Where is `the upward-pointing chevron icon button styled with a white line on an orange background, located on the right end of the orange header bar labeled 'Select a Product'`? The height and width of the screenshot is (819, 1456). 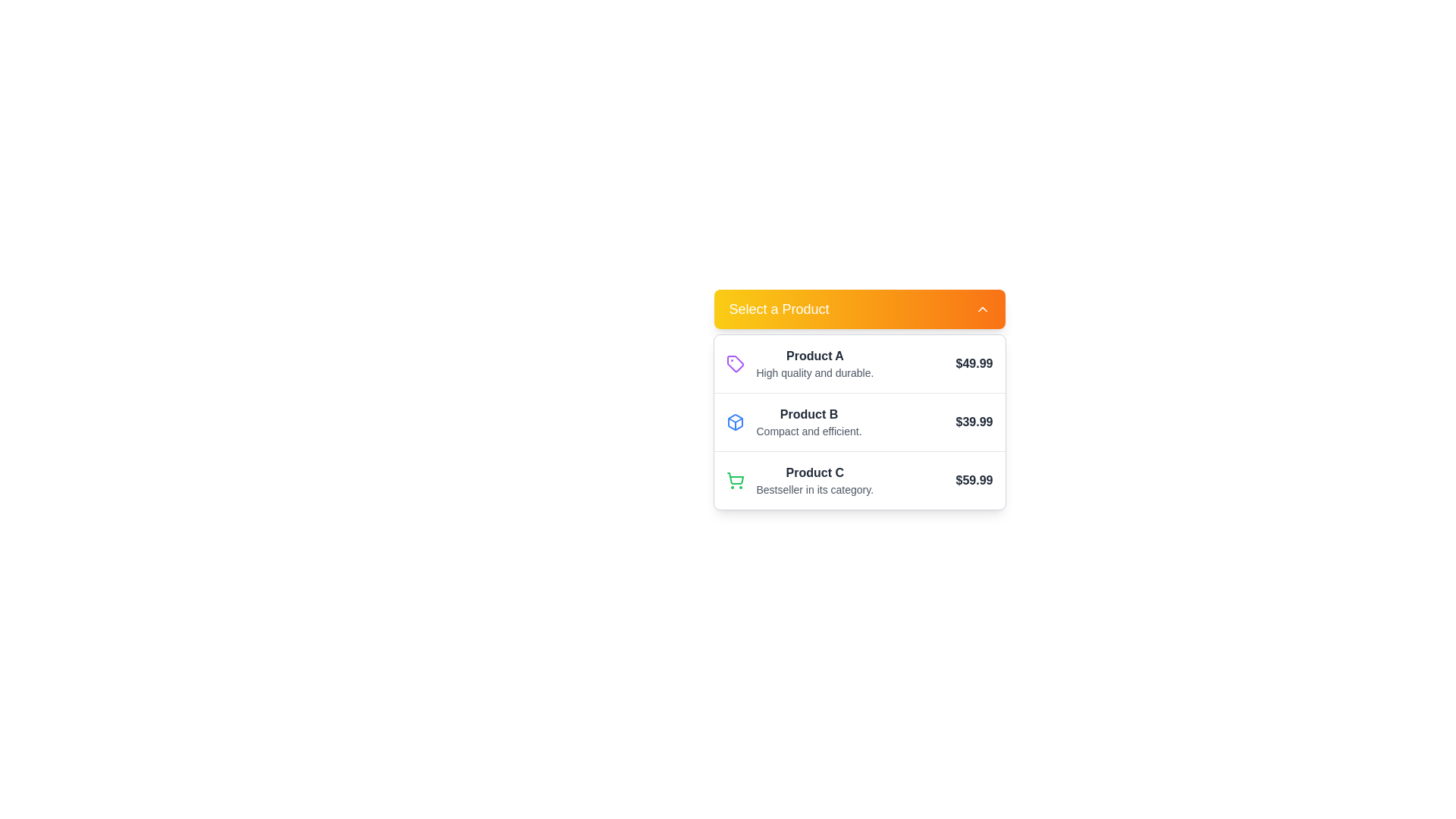 the upward-pointing chevron icon button styled with a white line on an orange background, located on the right end of the orange header bar labeled 'Select a Product' is located at coordinates (982, 309).